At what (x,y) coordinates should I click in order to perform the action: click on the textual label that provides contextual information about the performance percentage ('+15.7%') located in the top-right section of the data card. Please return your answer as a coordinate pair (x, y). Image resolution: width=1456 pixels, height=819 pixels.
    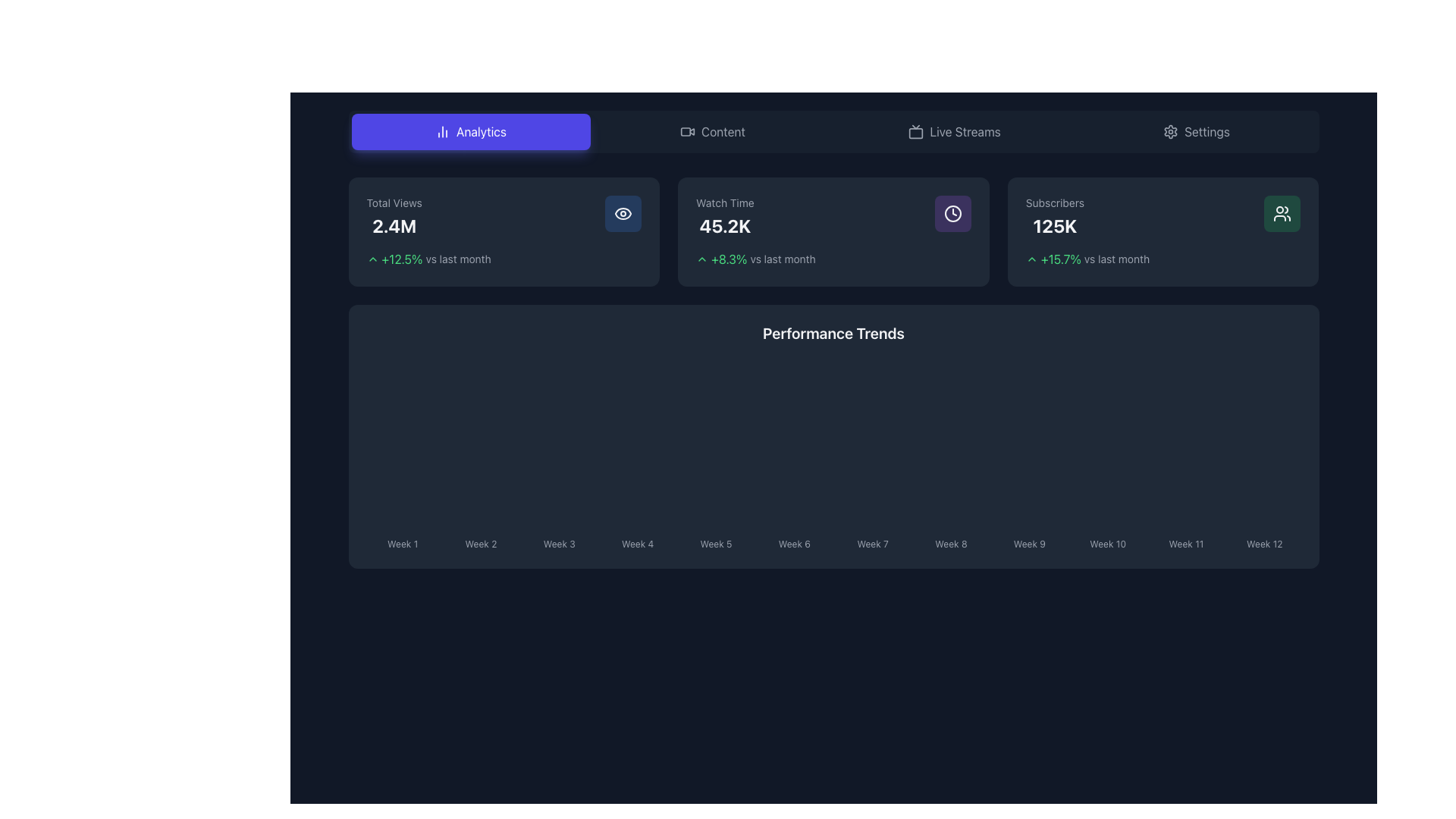
    Looking at the image, I should click on (1117, 259).